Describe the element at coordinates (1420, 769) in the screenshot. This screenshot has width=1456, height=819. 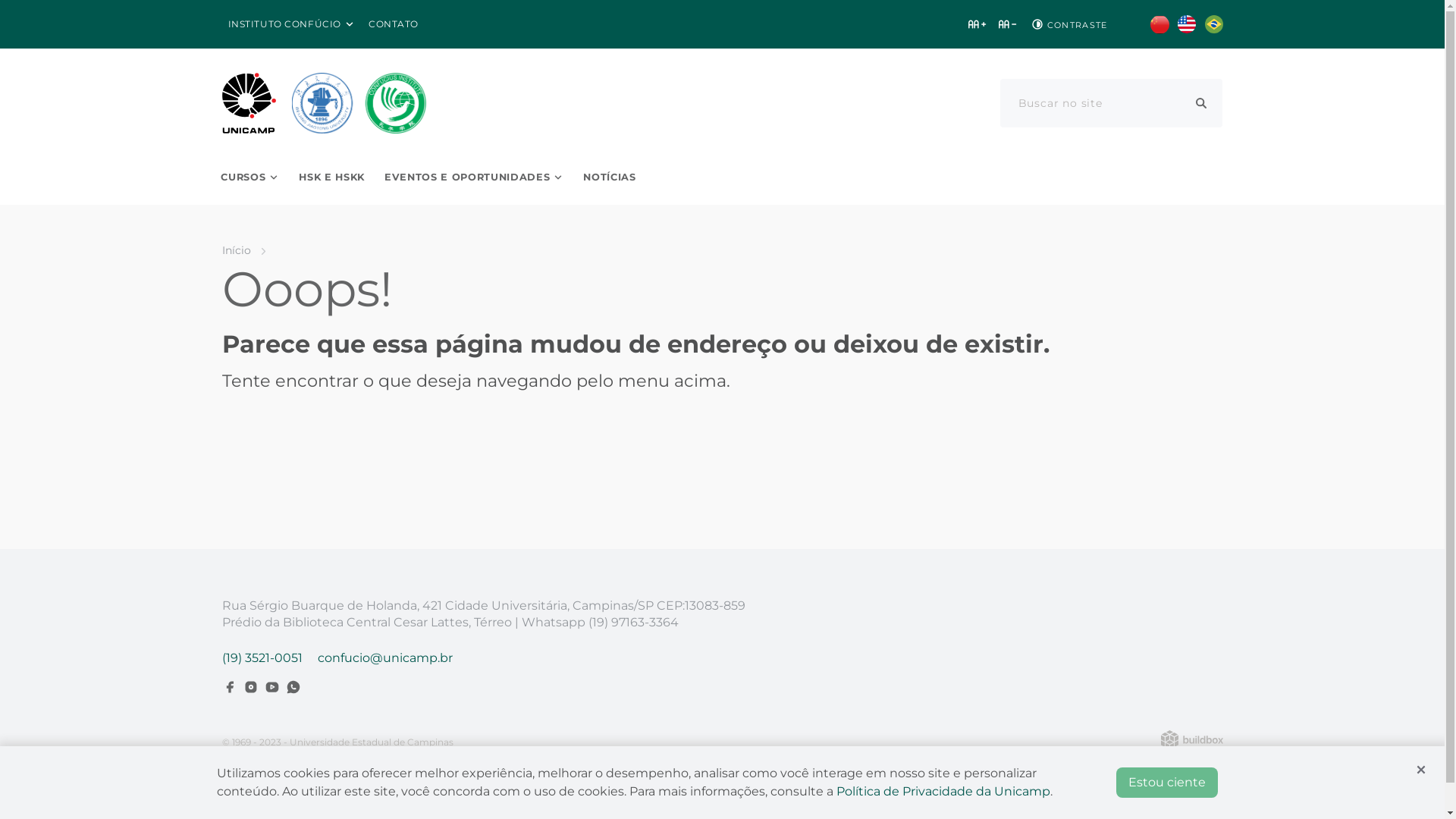
I see `'Fechar'` at that location.